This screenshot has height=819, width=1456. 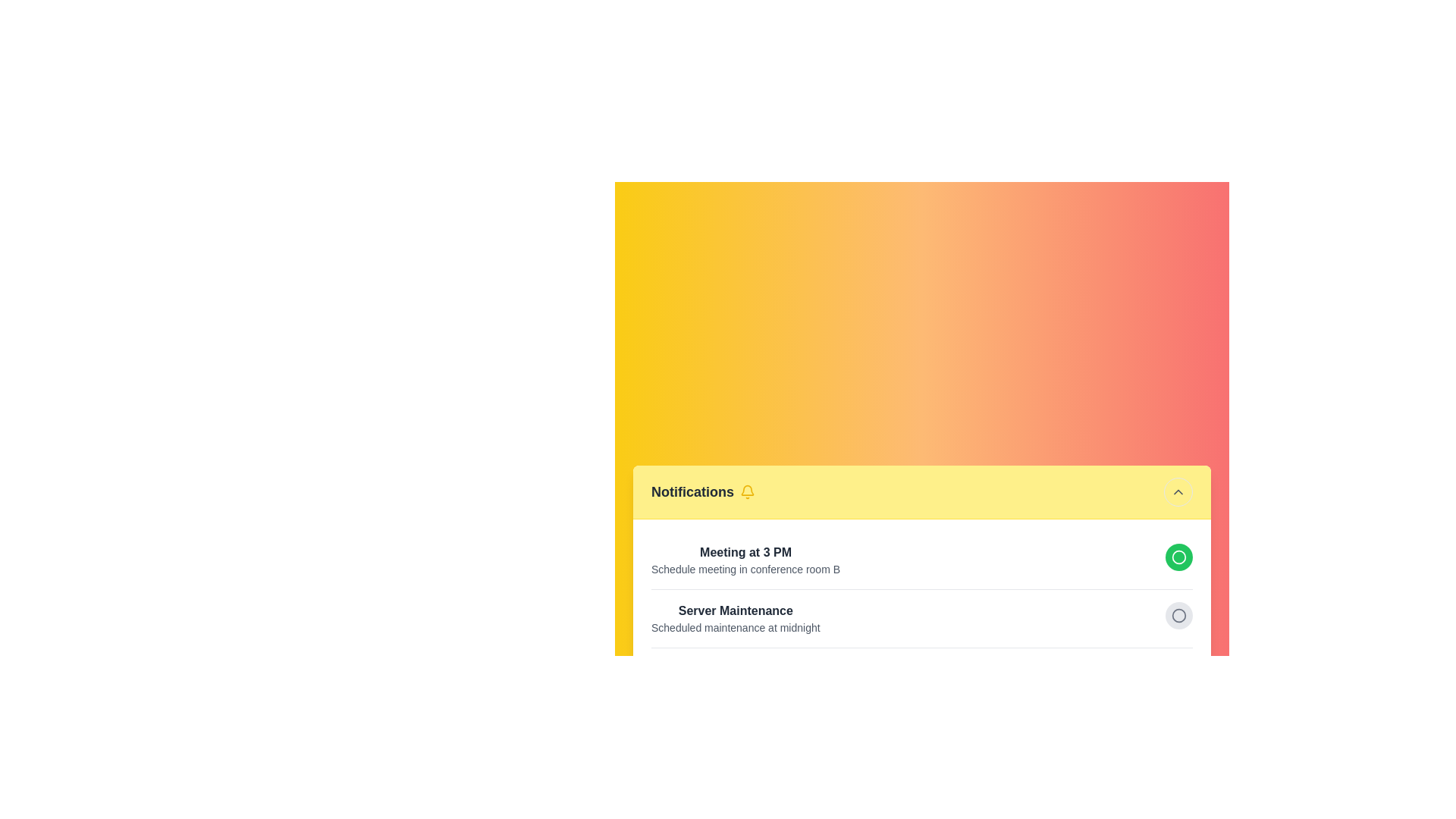 I want to click on the small upward-facing chevron icon within the circular button located at the top right corner of the yellow notification bar, so click(x=1178, y=491).